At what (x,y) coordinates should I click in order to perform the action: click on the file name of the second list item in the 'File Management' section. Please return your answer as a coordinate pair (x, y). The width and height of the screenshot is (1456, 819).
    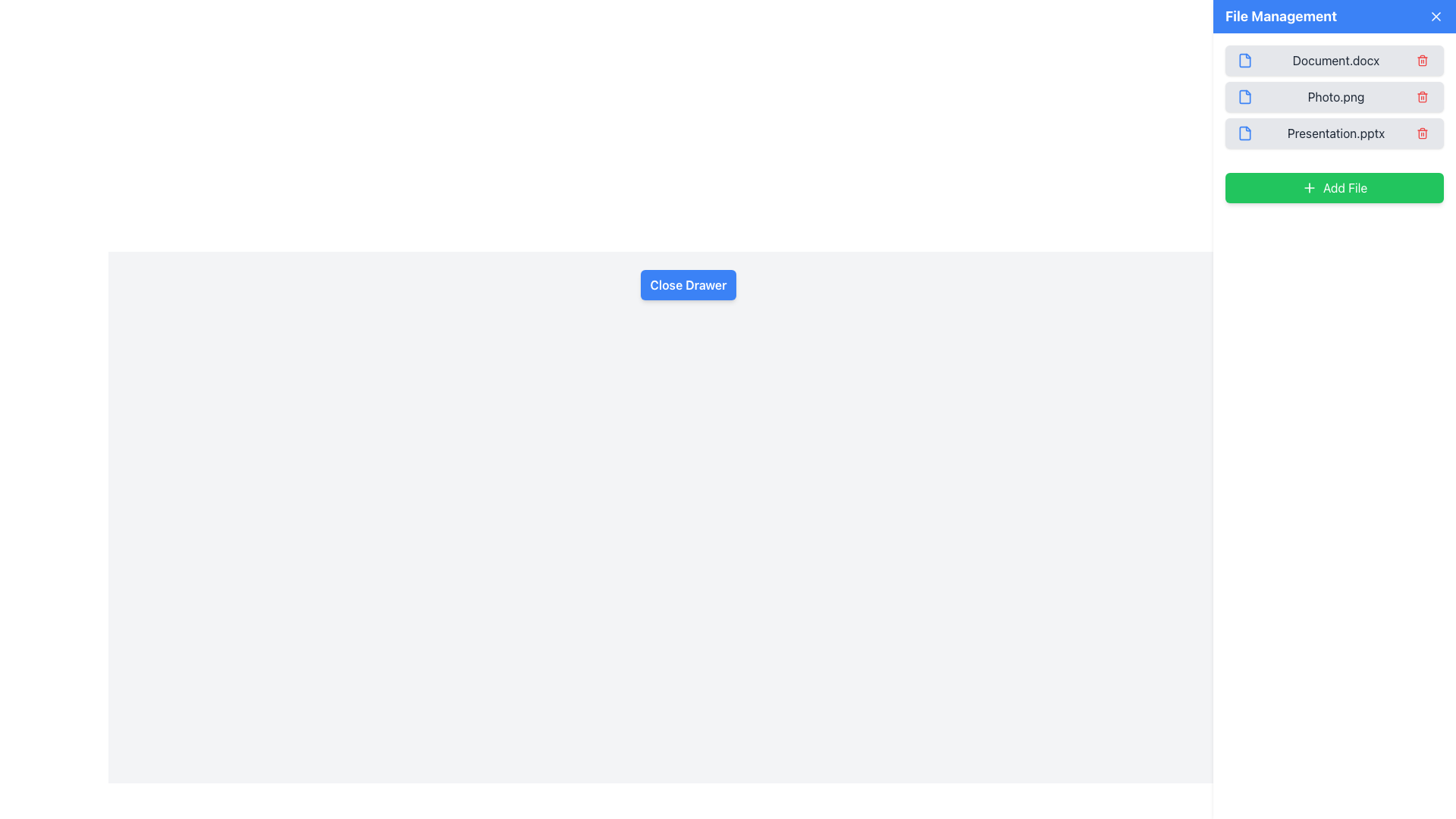
    Looking at the image, I should click on (1335, 96).